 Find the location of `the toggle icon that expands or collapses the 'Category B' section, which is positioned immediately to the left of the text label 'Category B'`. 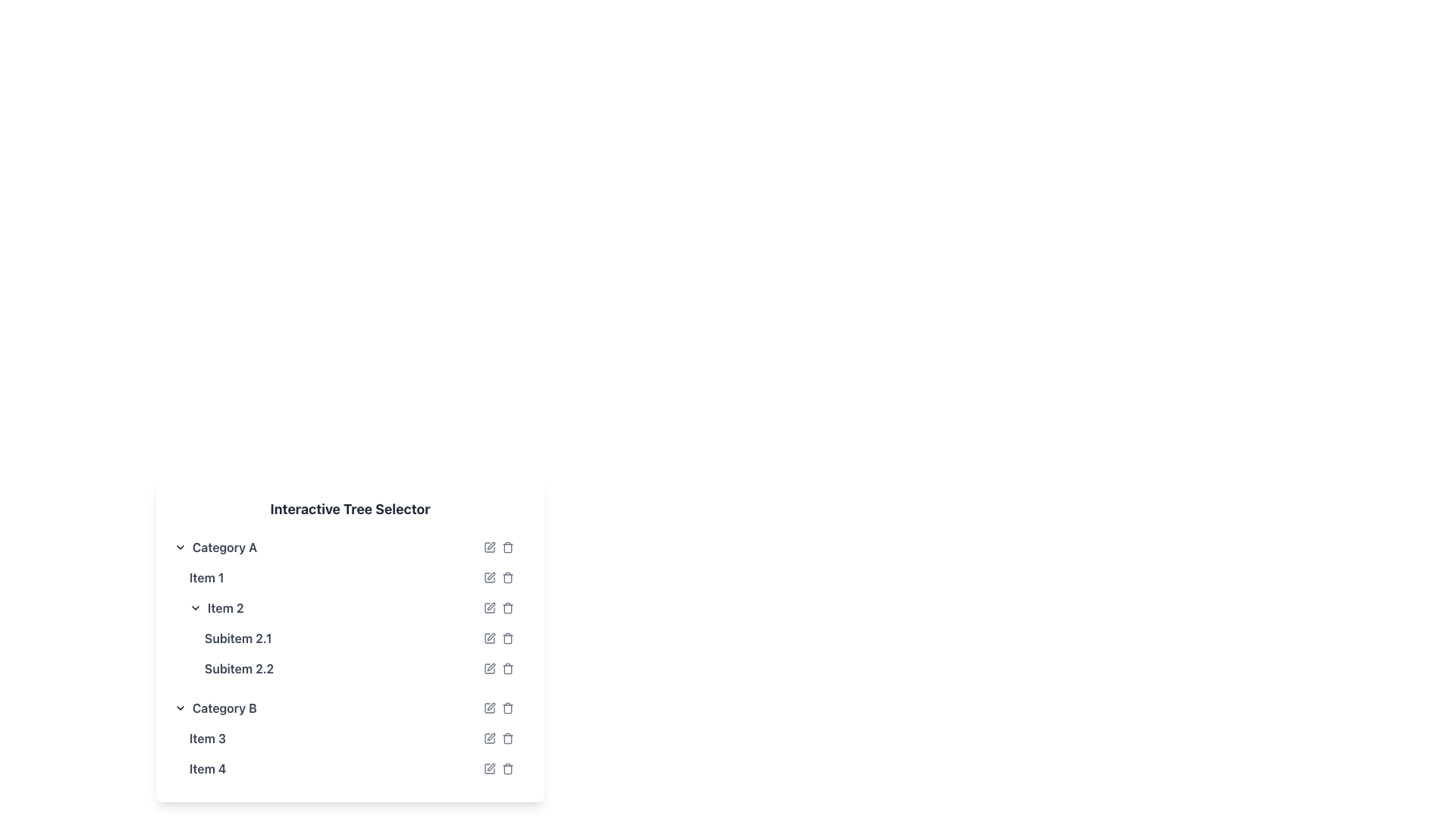

the toggle icon that expands or collapses the 'Category B' section, which is positioned immediately to the left of the text label 'Category B' is located at coordinates (180, 708).